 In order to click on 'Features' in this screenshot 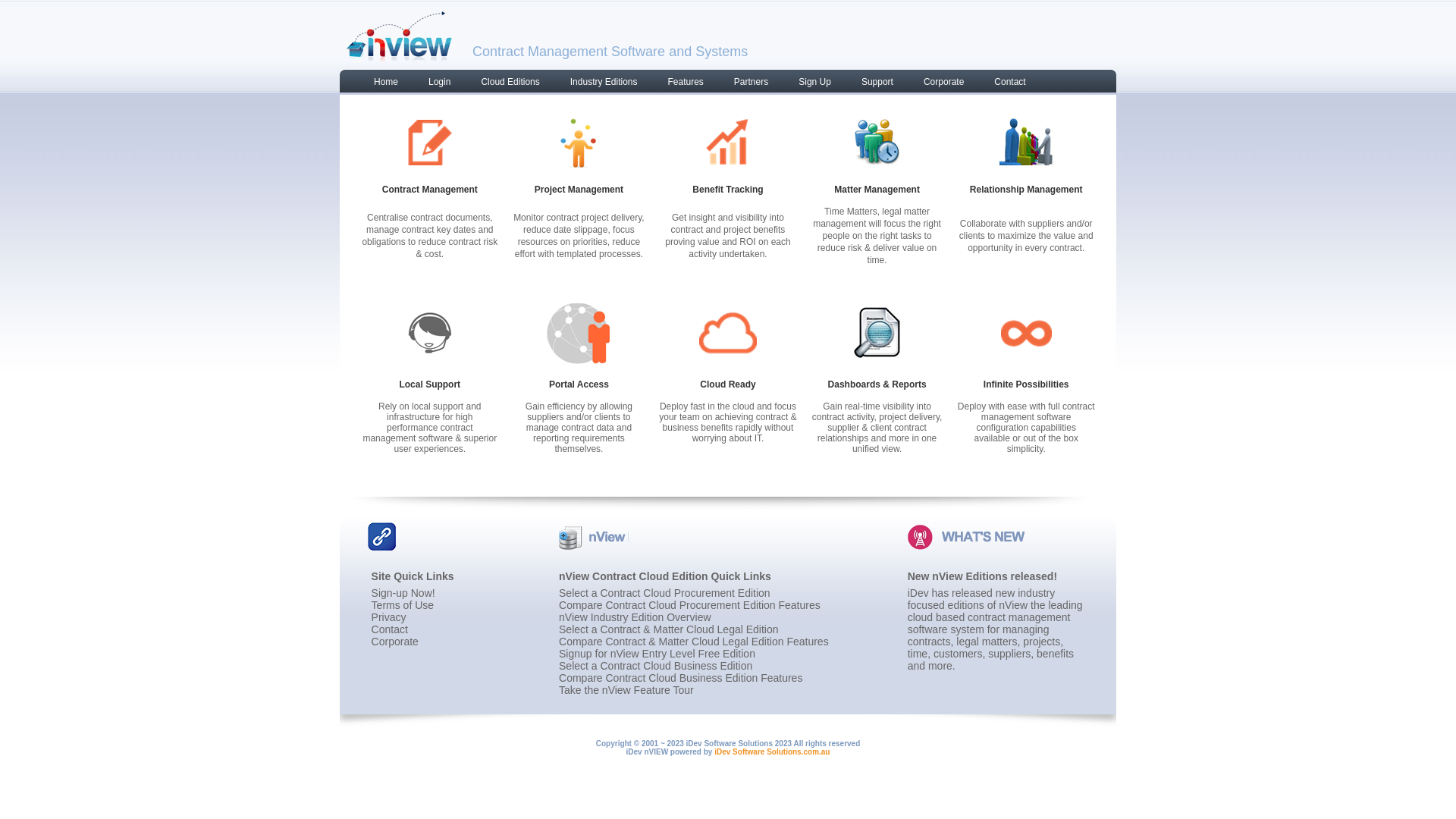, I will do `click(676, 84)`.